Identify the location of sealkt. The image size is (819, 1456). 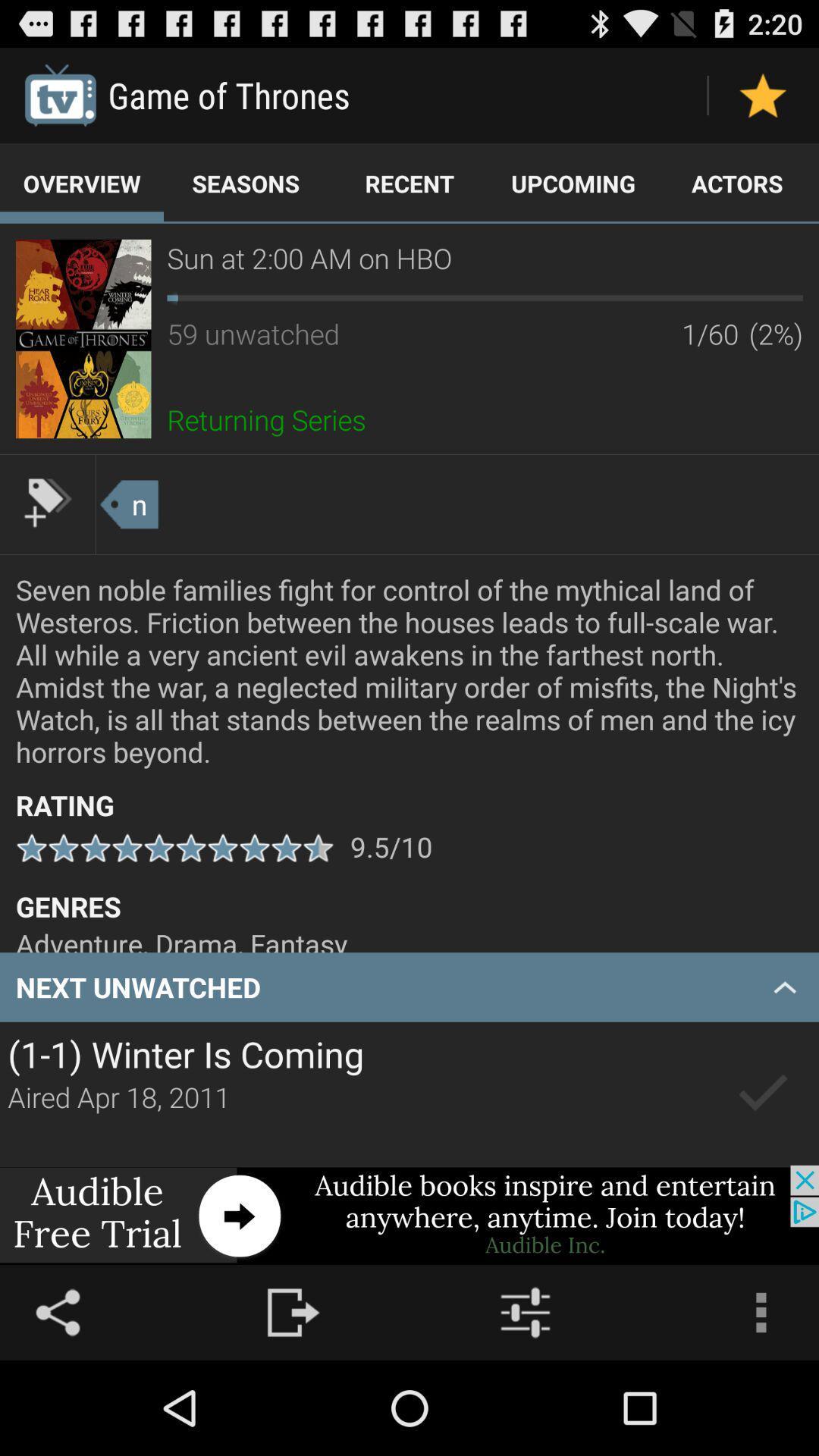
(763, 1094).